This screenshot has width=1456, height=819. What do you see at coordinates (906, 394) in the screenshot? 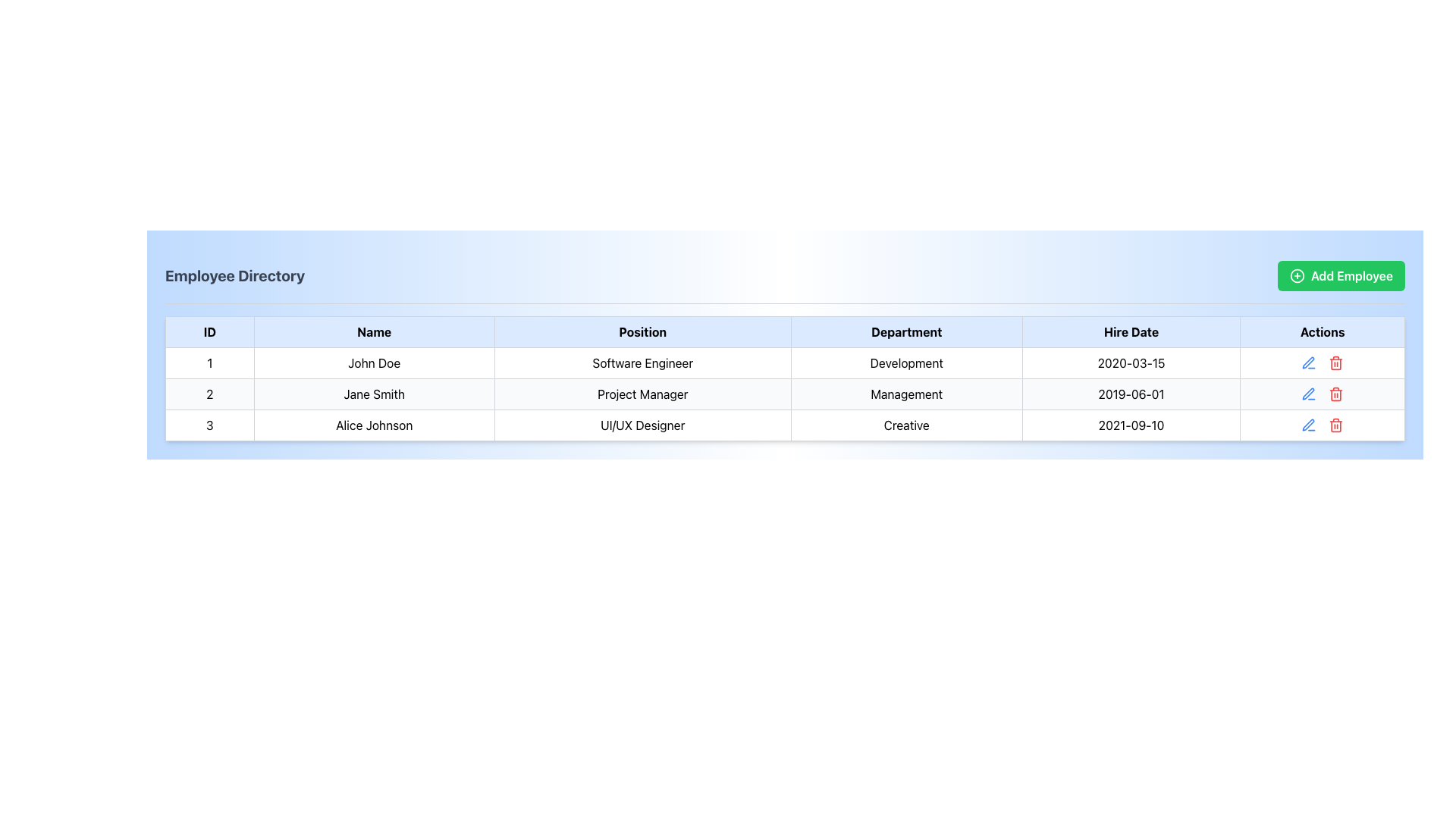
I see `the static text label indicating the department category for 'Jane Smith' in the fourth column of the second row of the table` at bounding box center [906, 394].